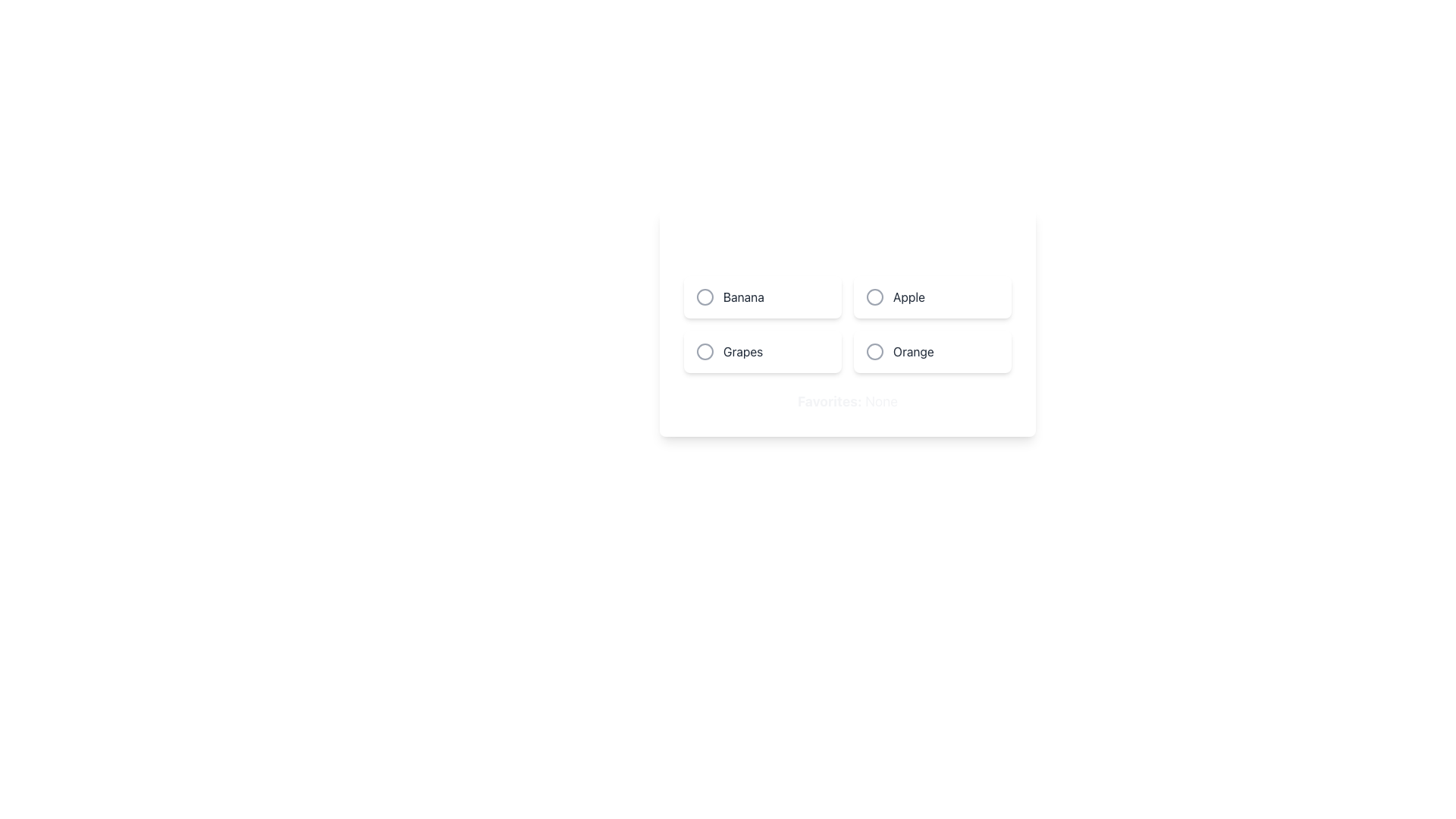  Describe the element at coordinates (931, 297) in the screenshot. I see `the 'Apple' button-like selection option located in the second column of the grid layout` at that location.